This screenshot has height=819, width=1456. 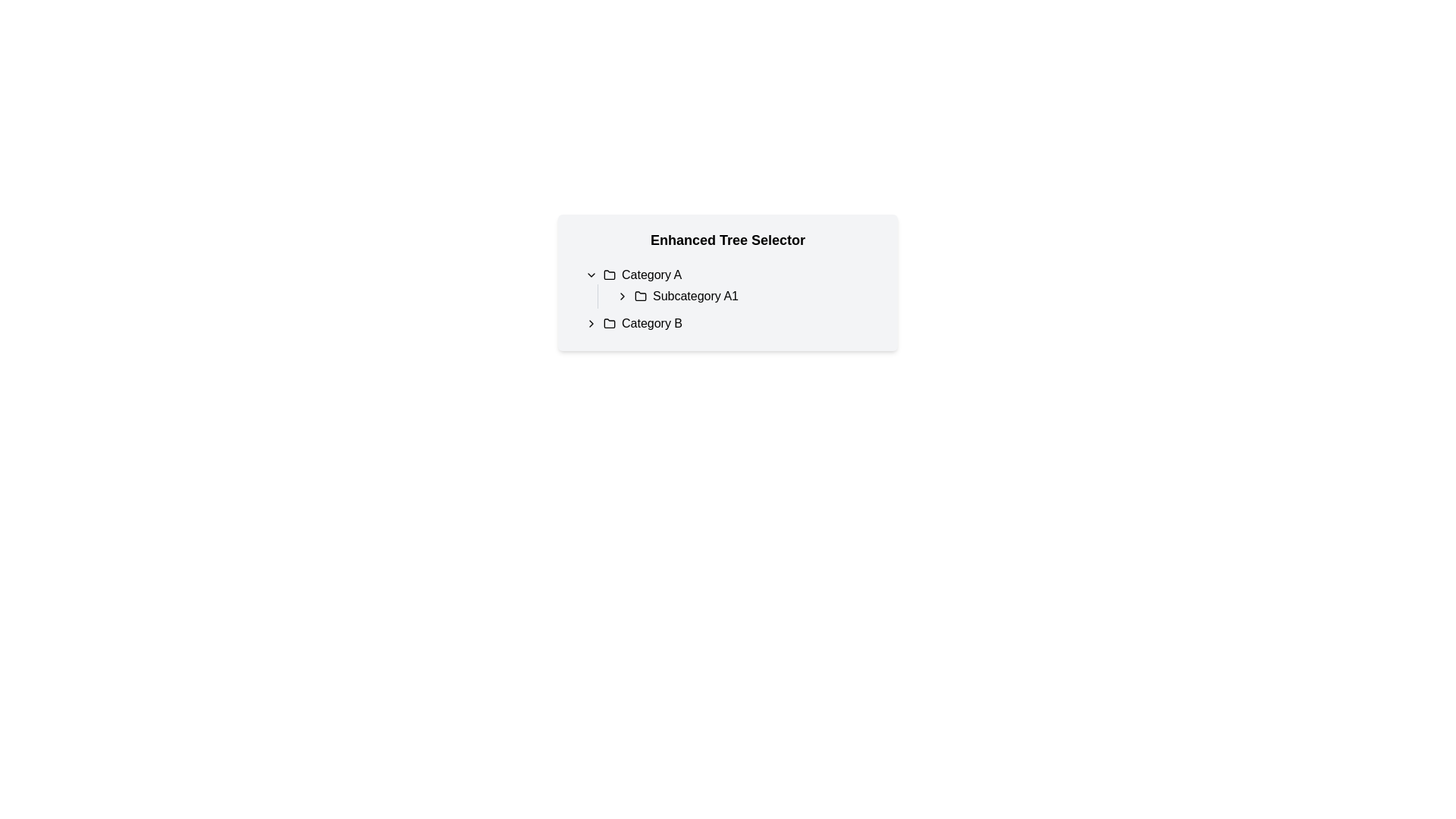 I want to click on the text label that reads 'Category B', so click(x=651, y=323).